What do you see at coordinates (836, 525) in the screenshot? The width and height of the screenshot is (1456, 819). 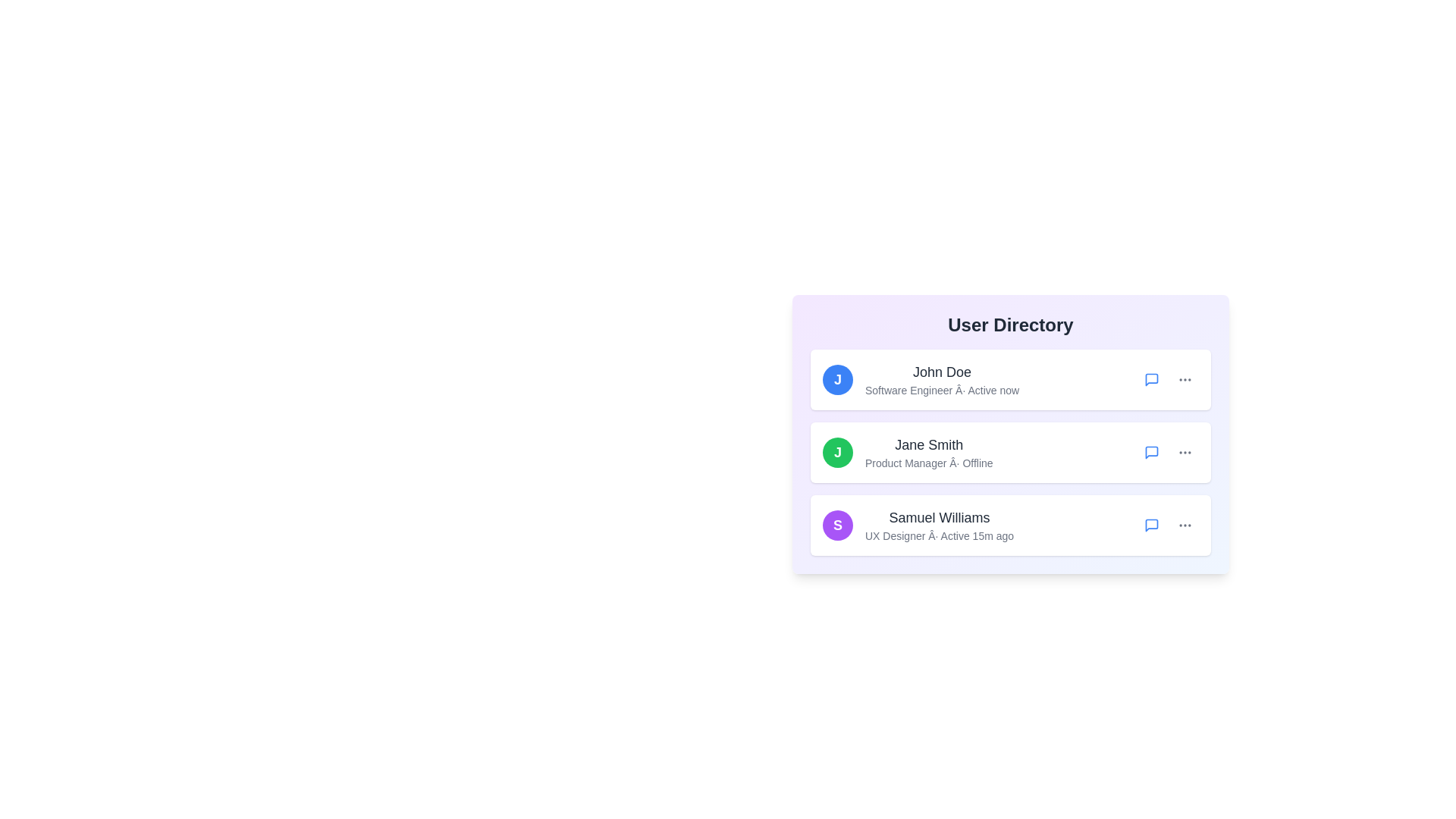 I see `the avatar of Samuel Williams` at bounding box center [836, 525].